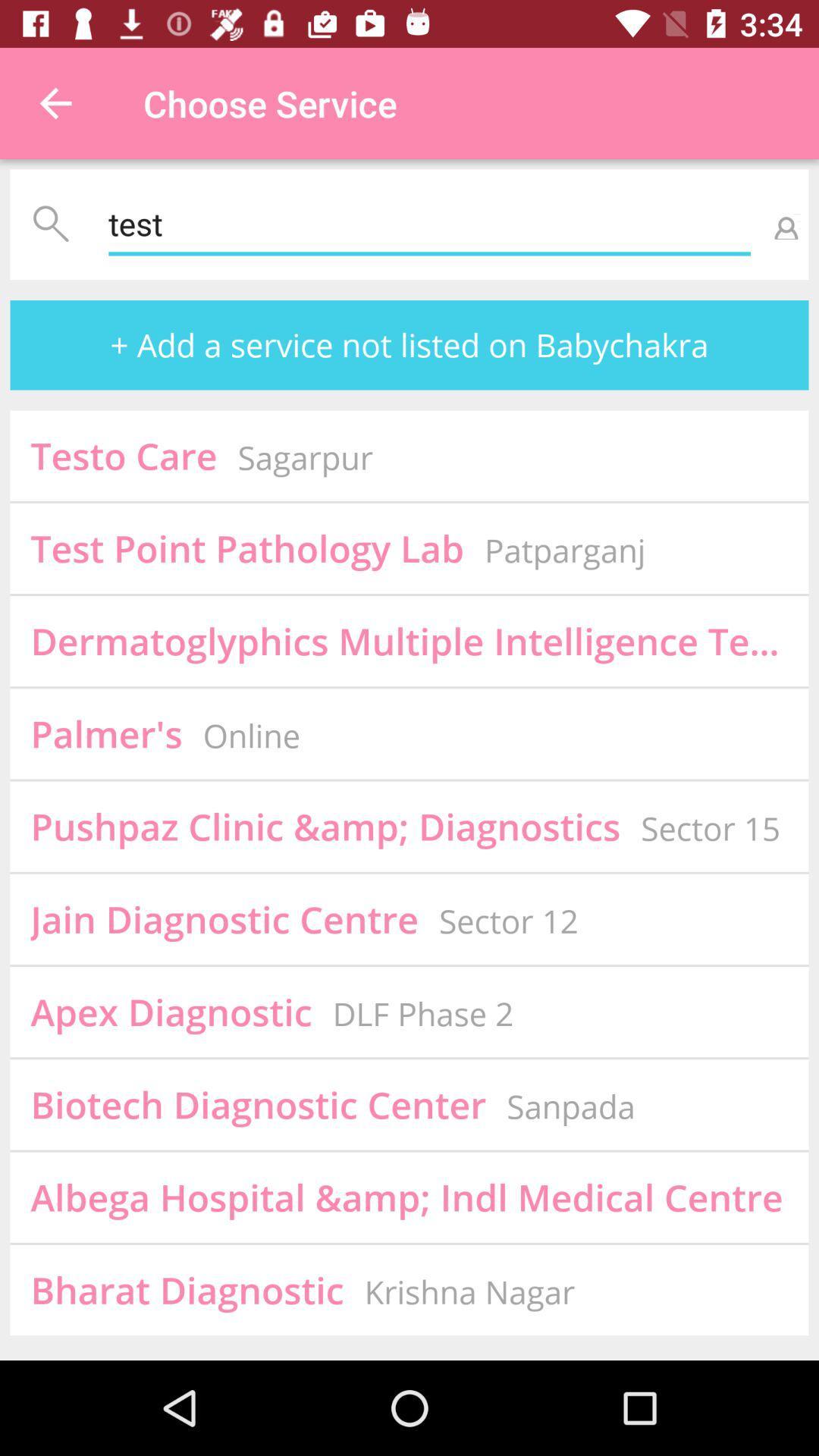 The height and width of the screenshot is (1456, 819). I want to click on the icon to the right of apex diagnostic, so click(423, 1013).